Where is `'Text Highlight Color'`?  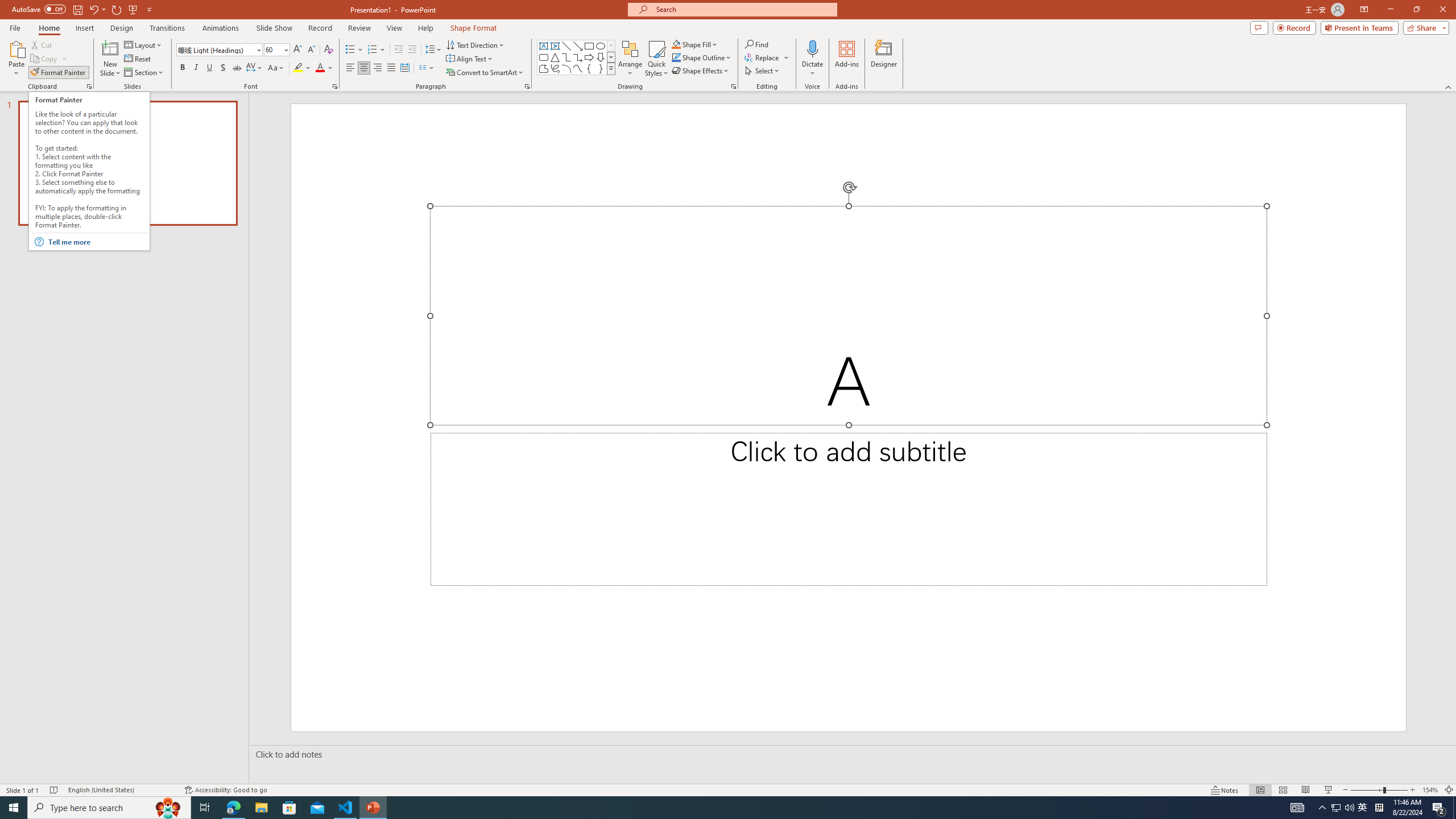 'Text Highlight Color' is located at coordinates (301, 67).